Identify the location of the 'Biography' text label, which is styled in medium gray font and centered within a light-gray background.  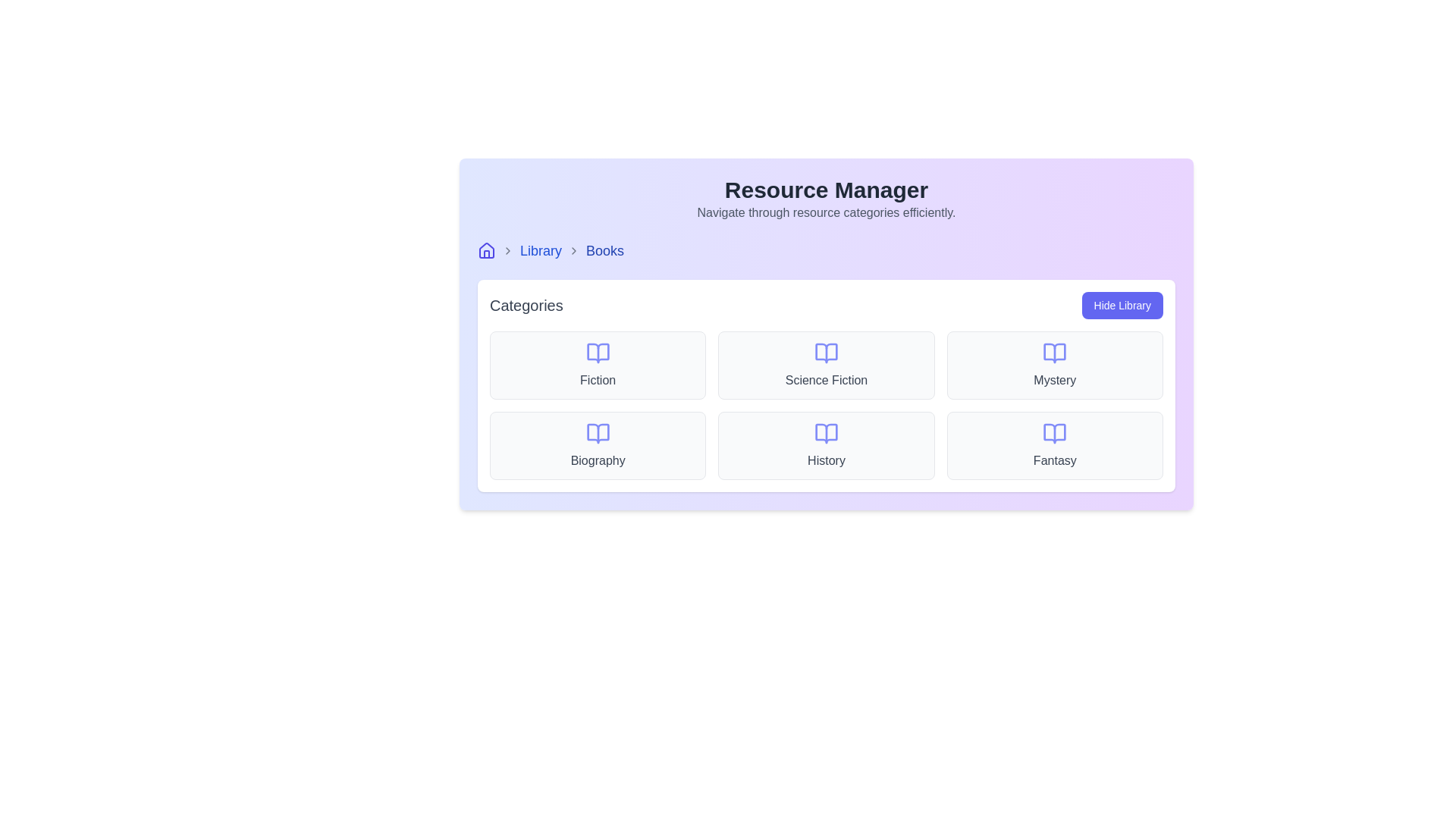
(597, 460).